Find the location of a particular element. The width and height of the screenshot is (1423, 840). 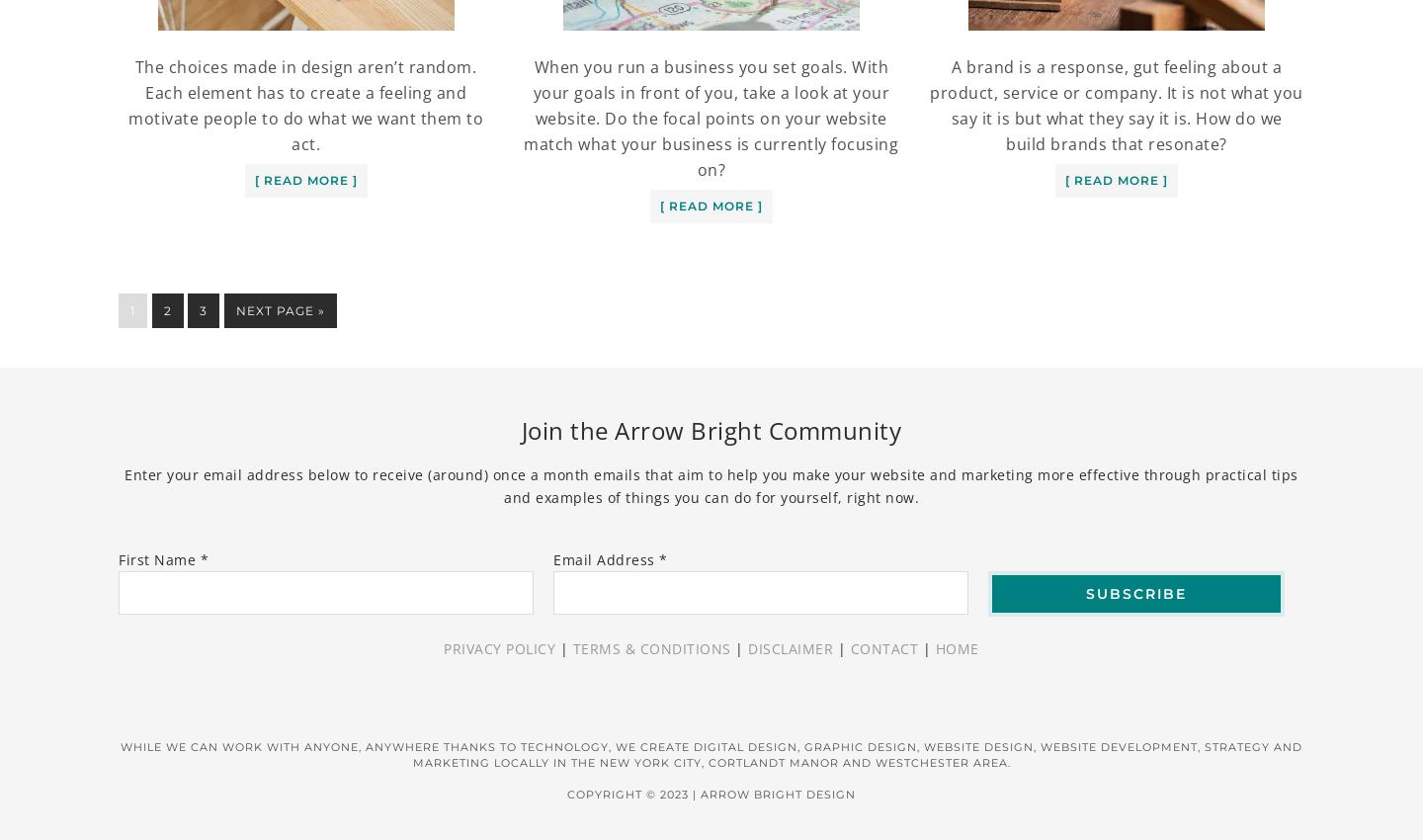

'Copyright © 2023 | Arrow Bright Design' is located at coordinates (711, 794).